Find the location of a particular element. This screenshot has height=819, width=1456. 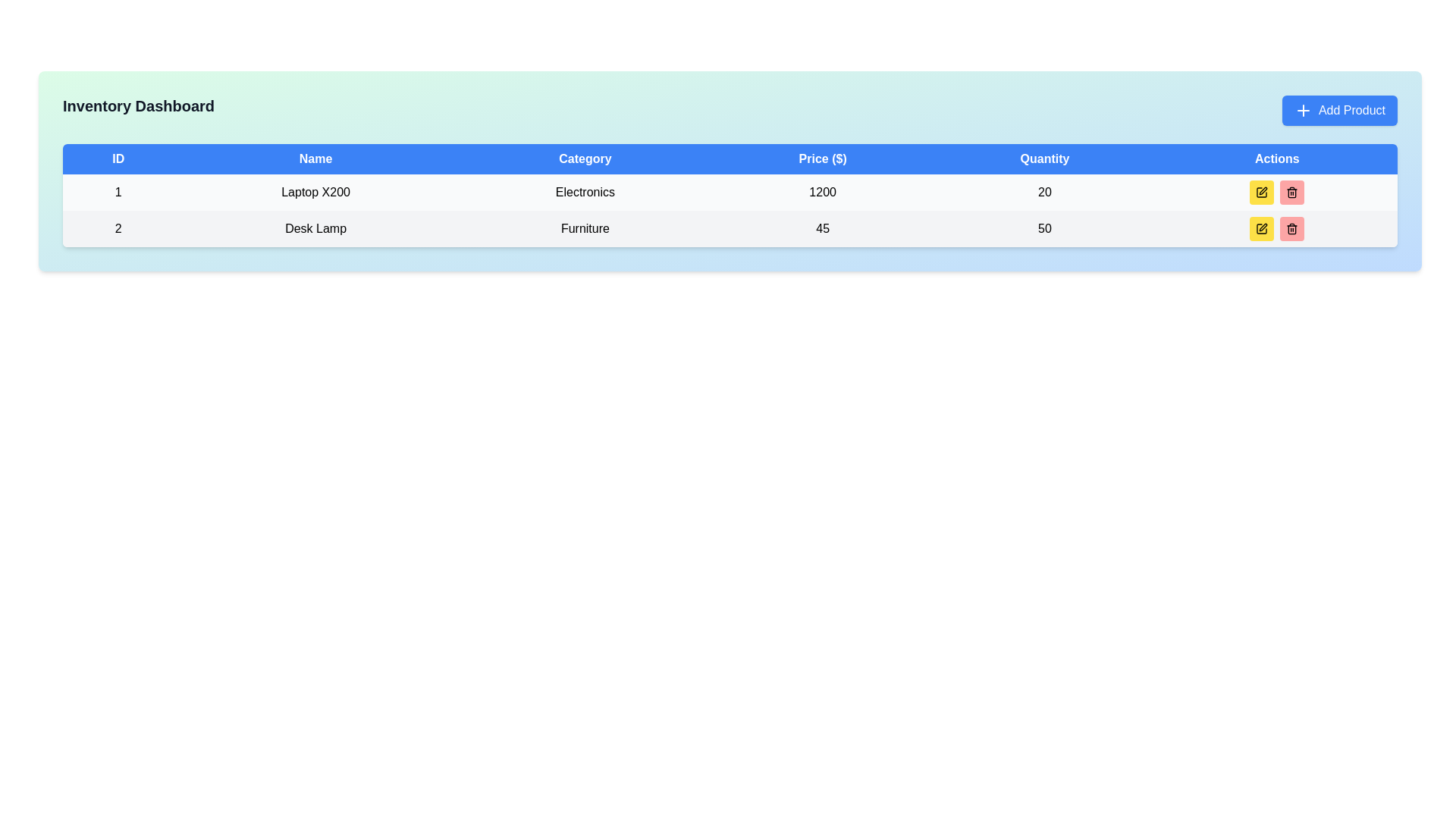

the 'Desk Lamp' text label in the inventory dashboard table to focus on it is located at coordinates (315, 228).